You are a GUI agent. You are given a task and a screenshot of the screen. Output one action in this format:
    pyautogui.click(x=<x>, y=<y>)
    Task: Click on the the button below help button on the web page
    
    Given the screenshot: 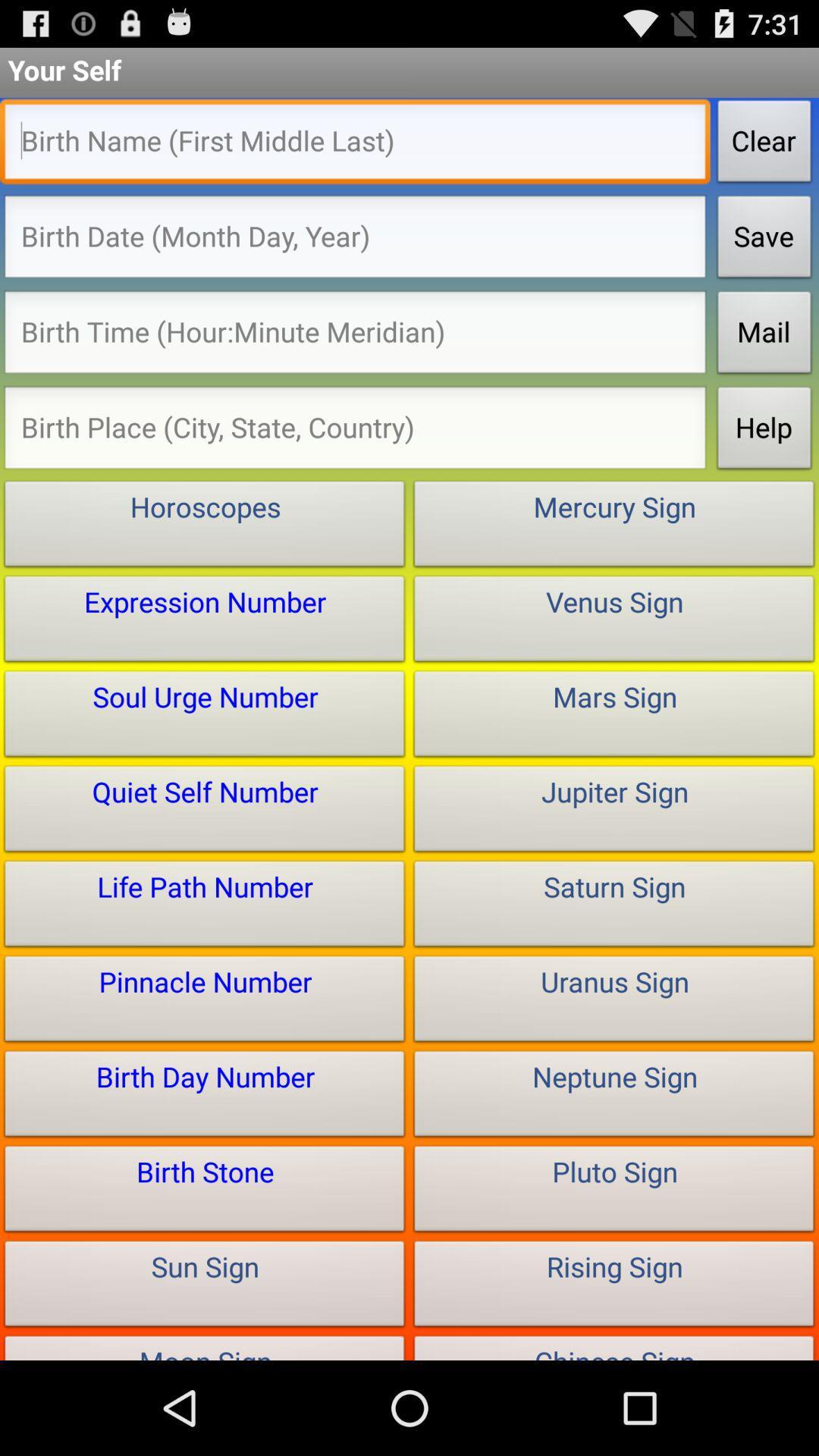 What is the action you would take?
    pyautogui.click(x=614, y=527)
    